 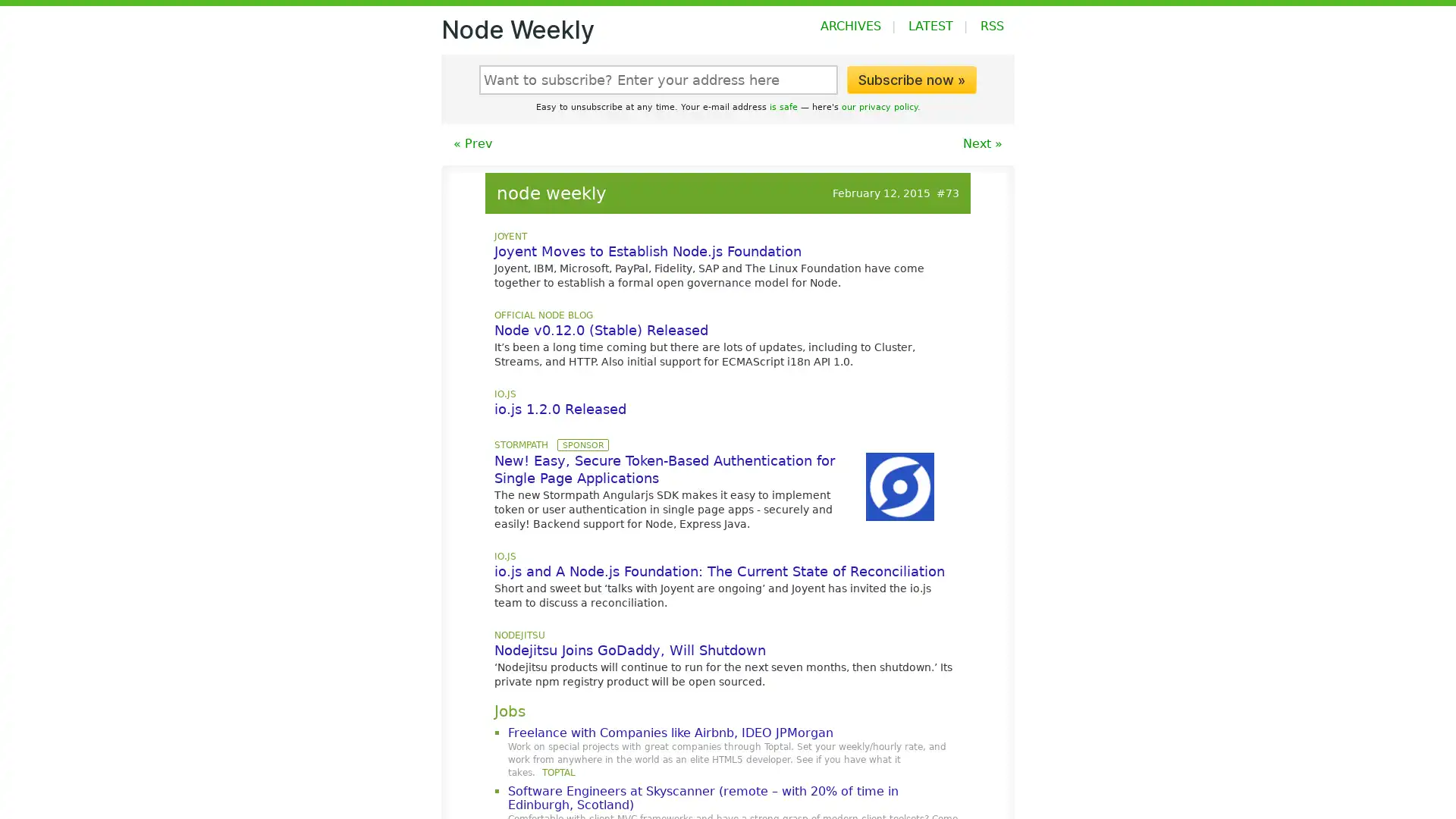 What do you see at coordinates (911, 80) in the screenshot?
I see `Subscribe now` at bounding box center [911, 80].